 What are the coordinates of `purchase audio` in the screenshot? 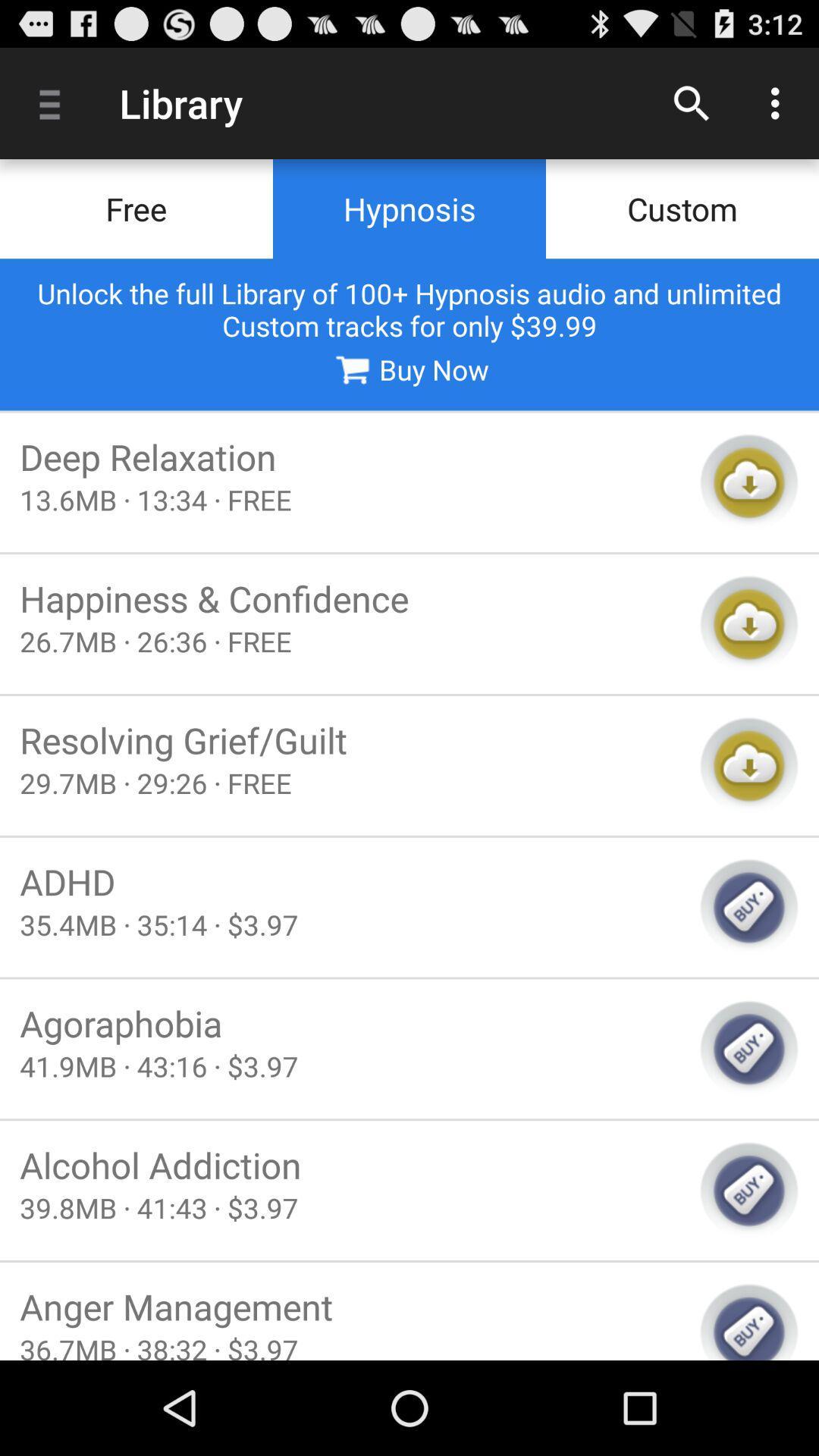 It's located at (748, 1048).